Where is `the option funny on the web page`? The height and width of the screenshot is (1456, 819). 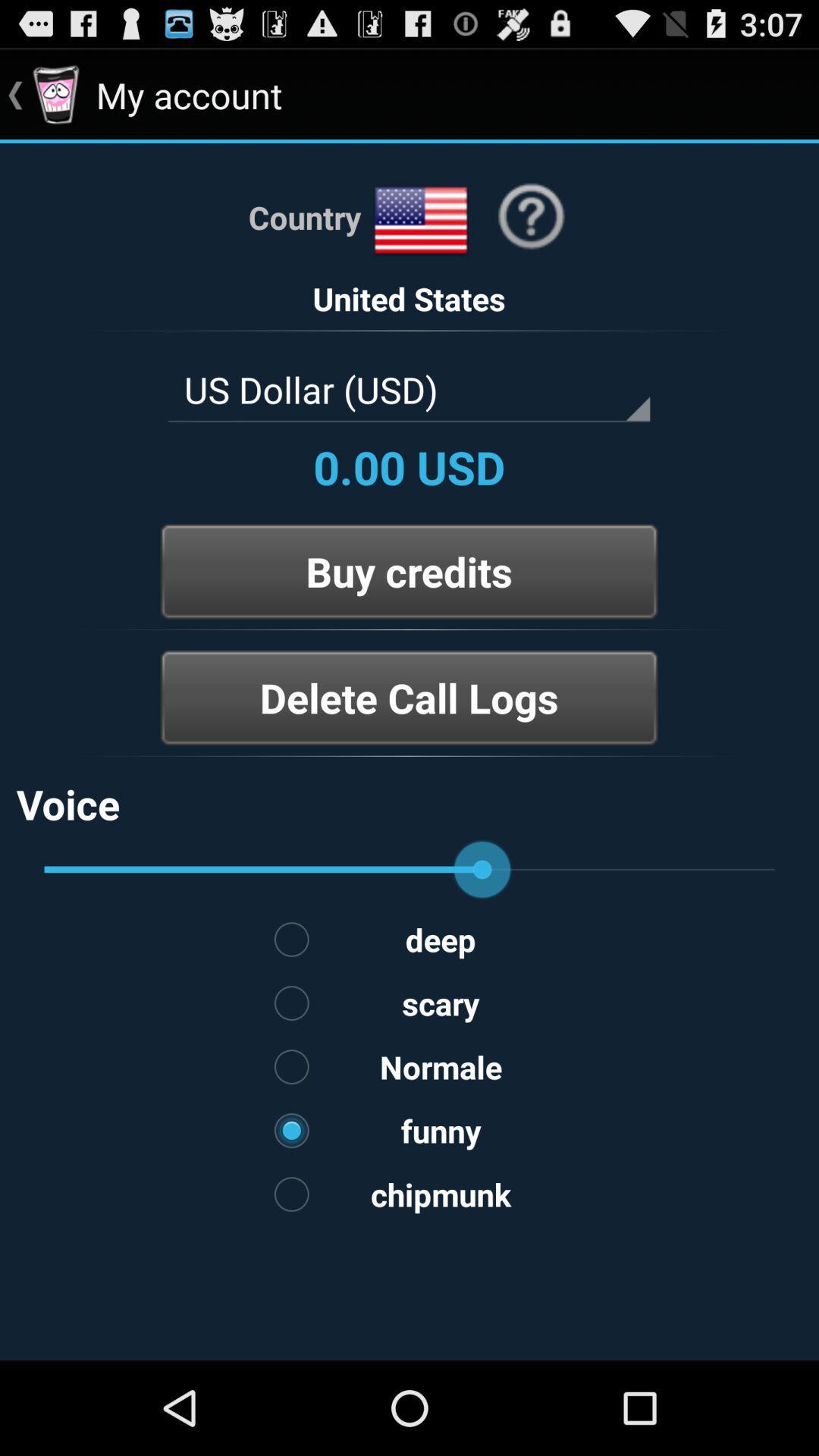 the option funny on the web page is located at coordinates (409, 1131).